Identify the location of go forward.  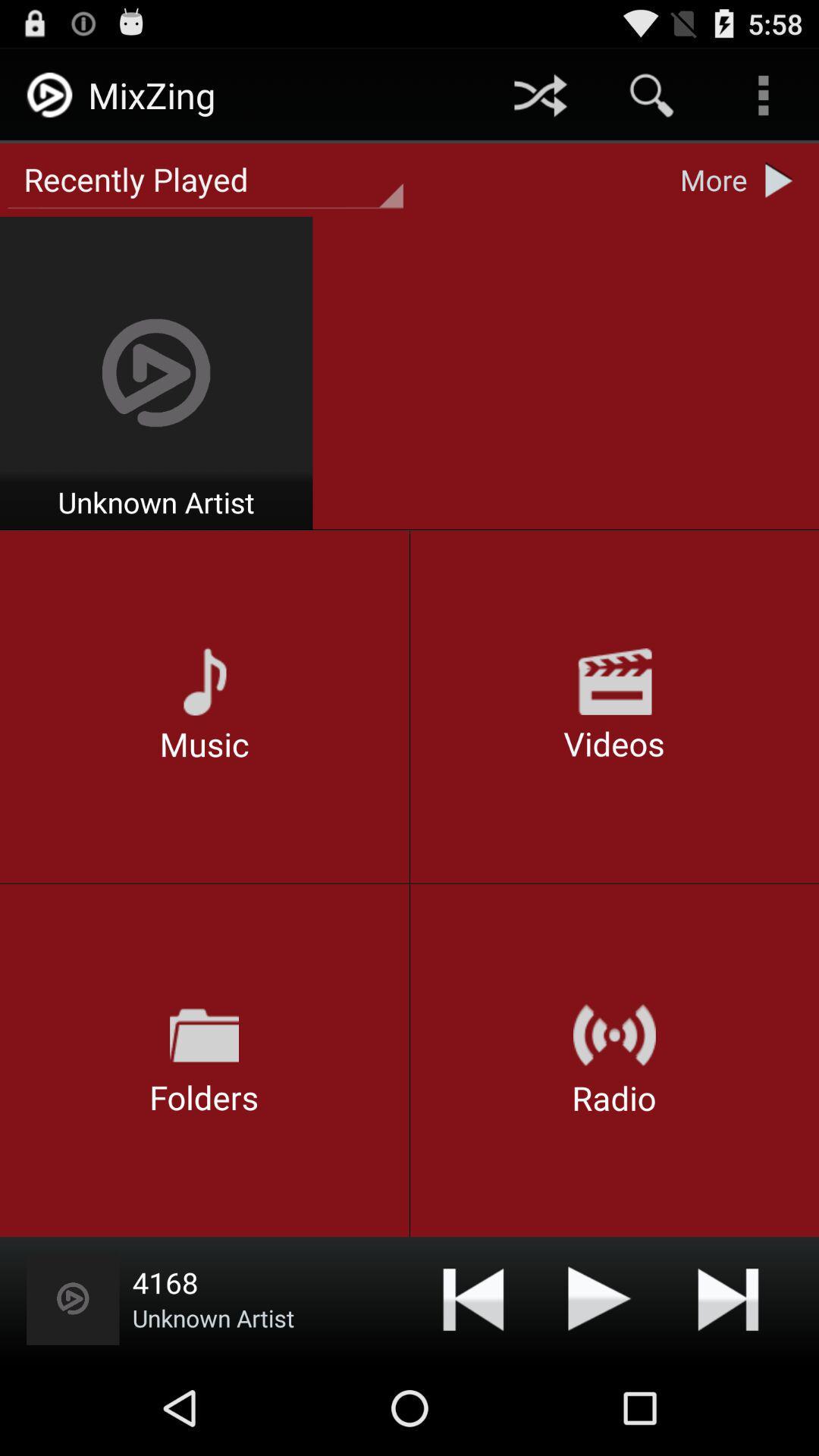
(727, 1298).